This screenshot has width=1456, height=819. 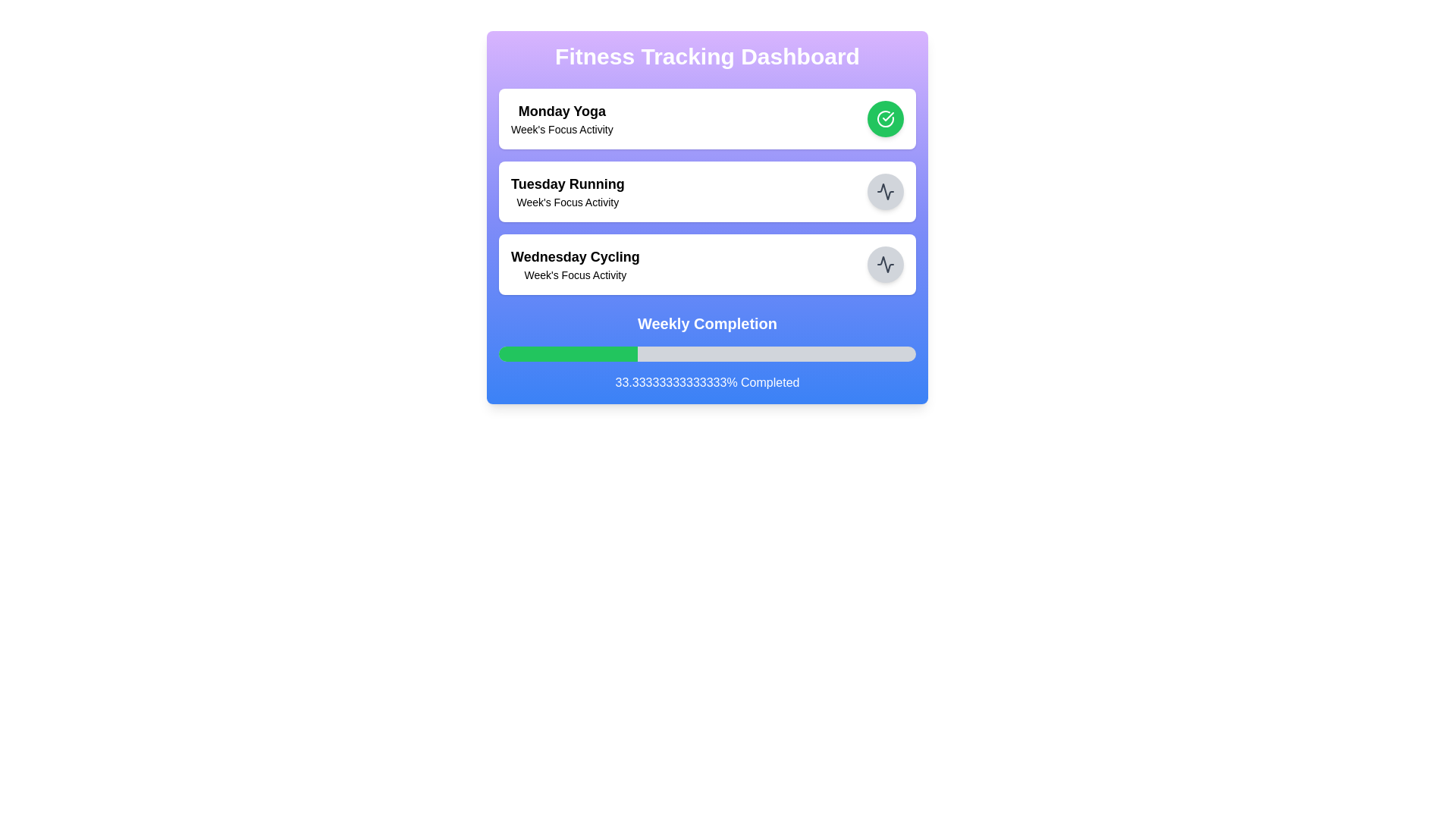 What do you see at coordinates (885, 263) in the screenshot?
I see `the circular icon button with a gray background and black activity graph icon located to the right of the 'Wednesday Cycling – Week's Focus Activity' title to interact with the activity` at bounding box center [885, 263].